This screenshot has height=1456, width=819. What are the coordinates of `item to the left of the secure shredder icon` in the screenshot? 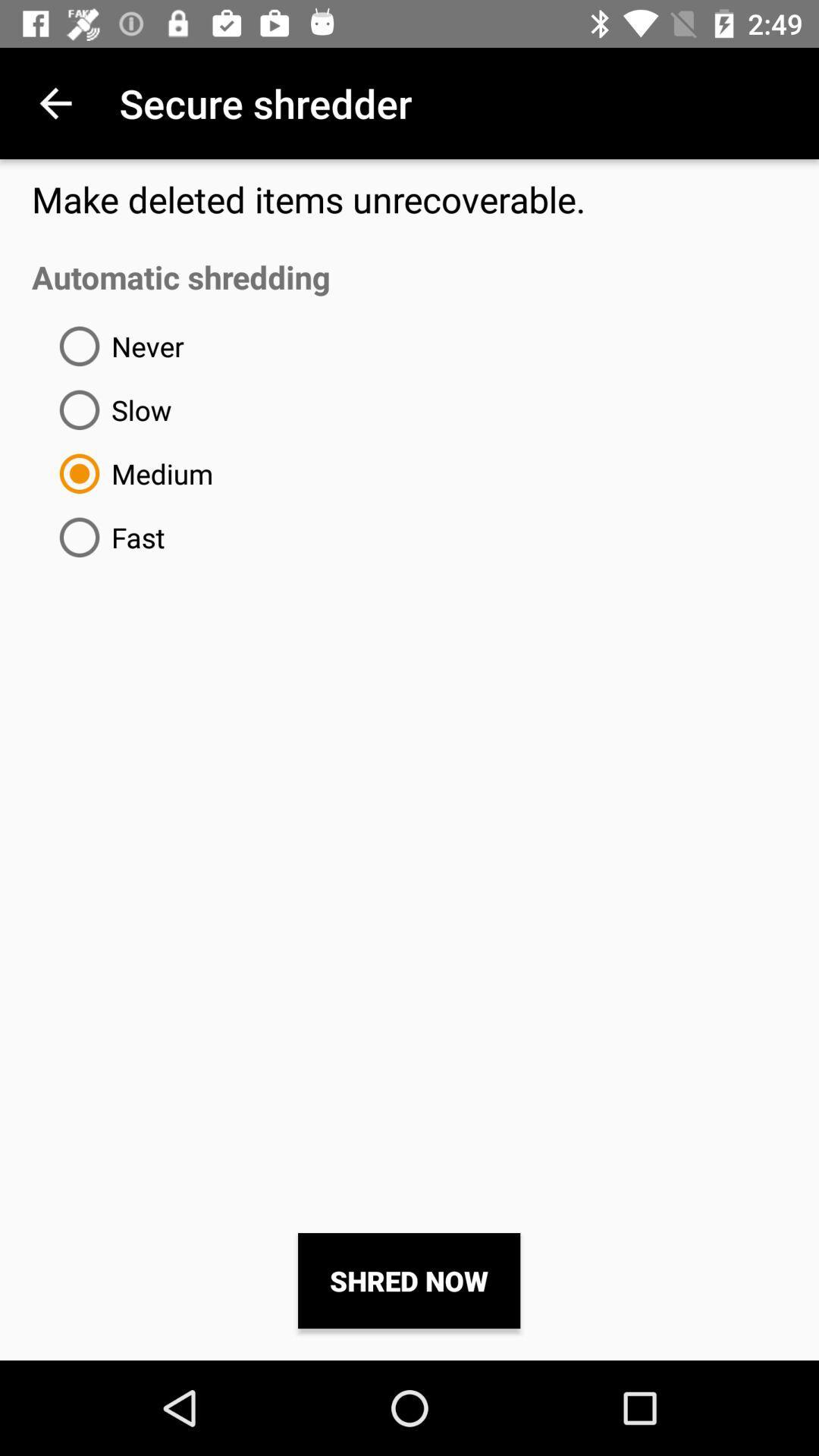 It's located at (55, 102).